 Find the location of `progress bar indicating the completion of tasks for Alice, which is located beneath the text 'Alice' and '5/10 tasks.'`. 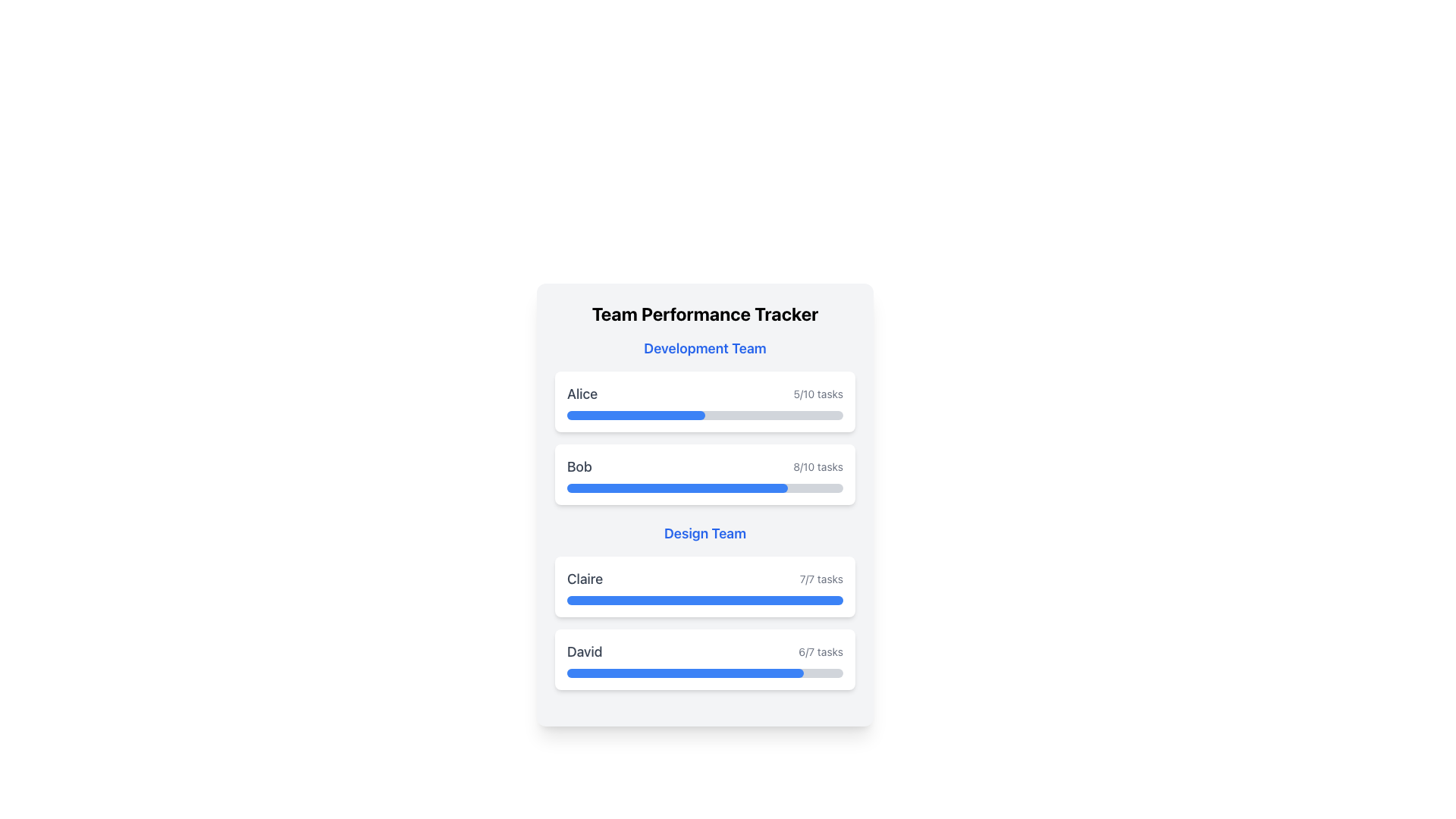

progress bar indicating the completion of tasks for Alice, which is located beneath the text 'Alice' and '5/10 tasks.' is located at coordinates (704, 415).